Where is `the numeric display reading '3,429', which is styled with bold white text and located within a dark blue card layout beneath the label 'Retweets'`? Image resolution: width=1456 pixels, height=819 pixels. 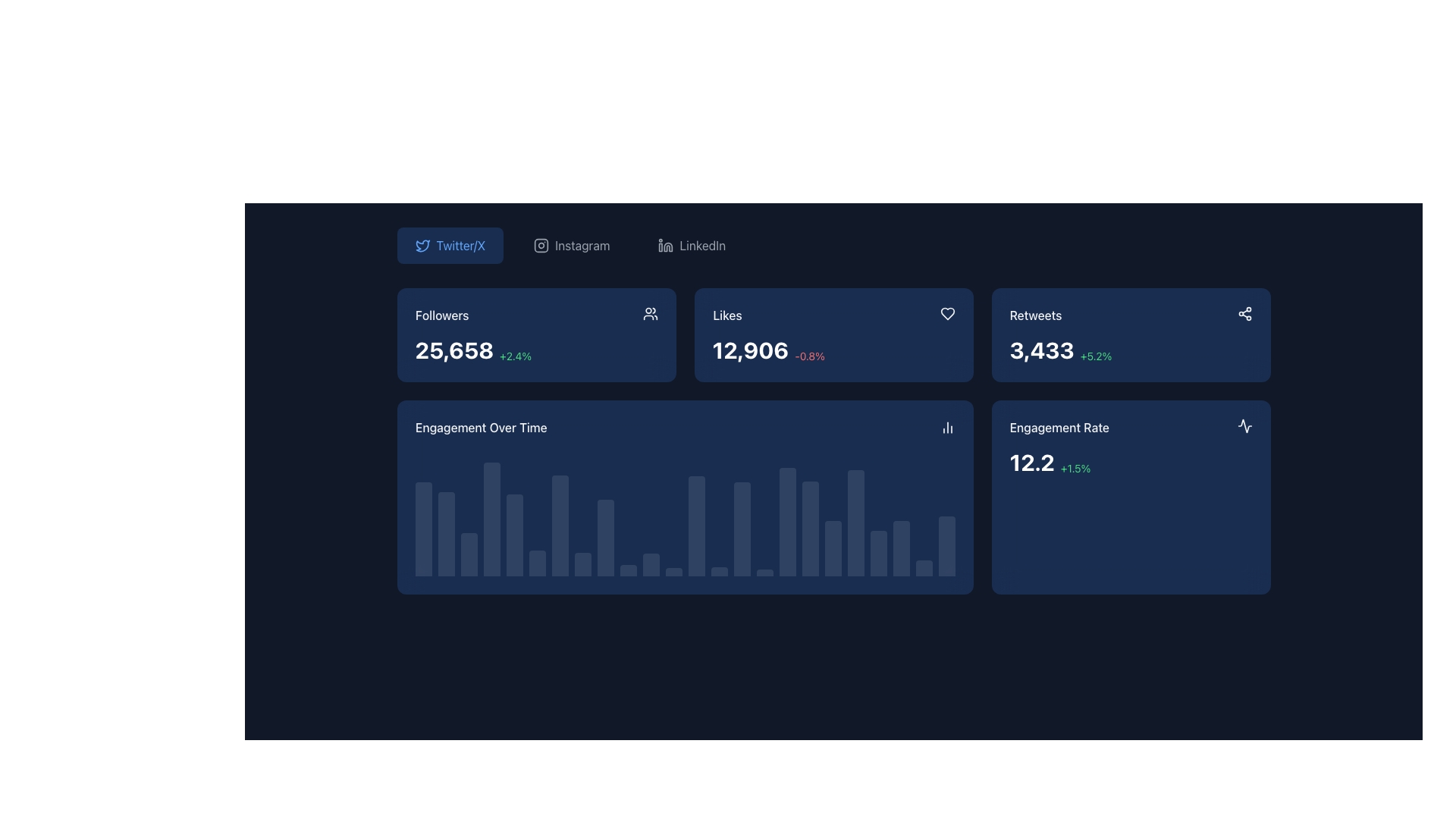
the numeric display reading '3,429', which is styled with bold white text and located within a dark blue card layout beneath the label 'Retweets' is located at coordinates (1041, 350).